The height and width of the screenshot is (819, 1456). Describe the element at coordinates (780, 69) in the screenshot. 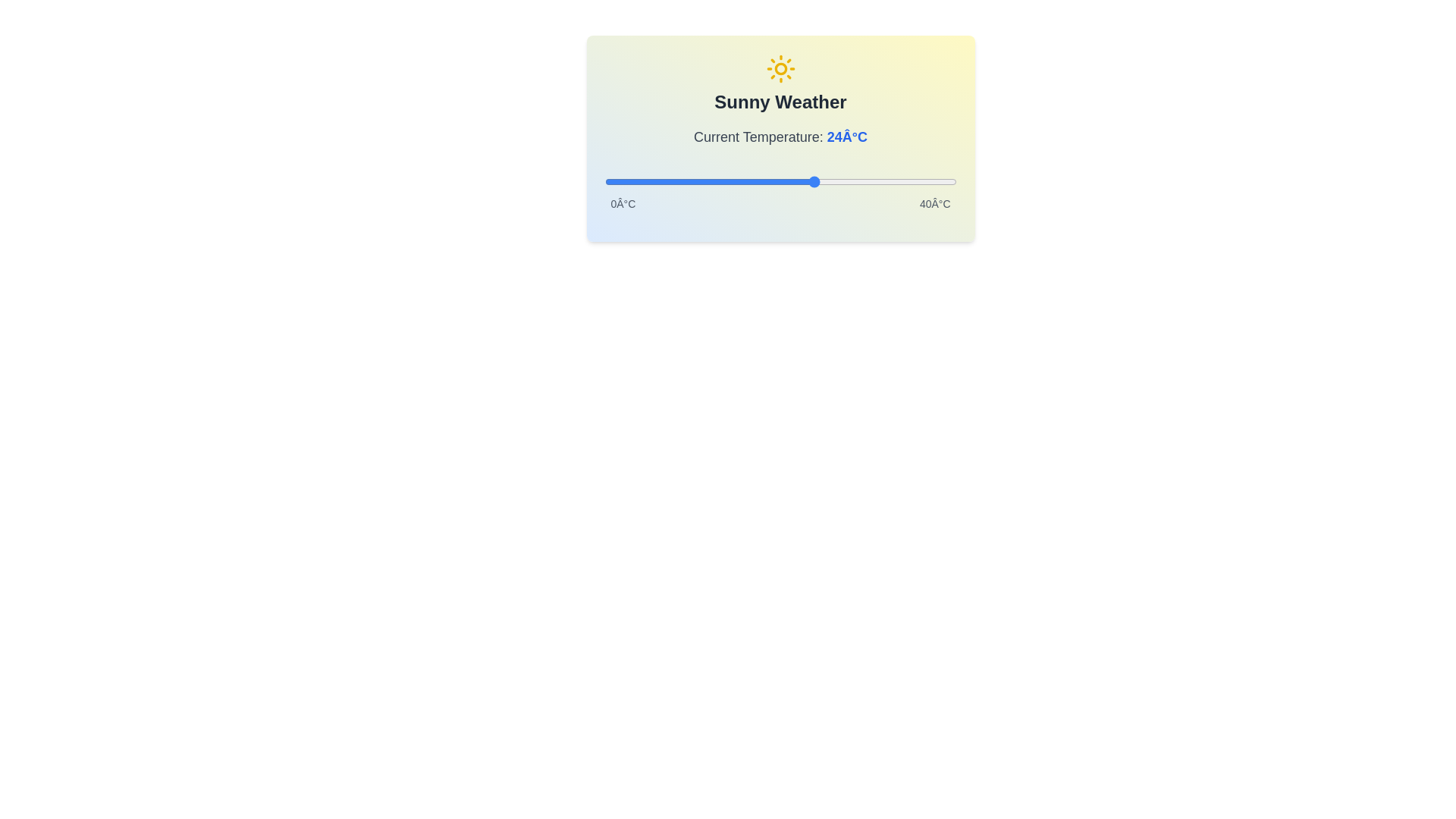

I see `the circular sun icon representing 'Sunny Weather', which is styled in yellow and located at the top center of the card layout` at that location.